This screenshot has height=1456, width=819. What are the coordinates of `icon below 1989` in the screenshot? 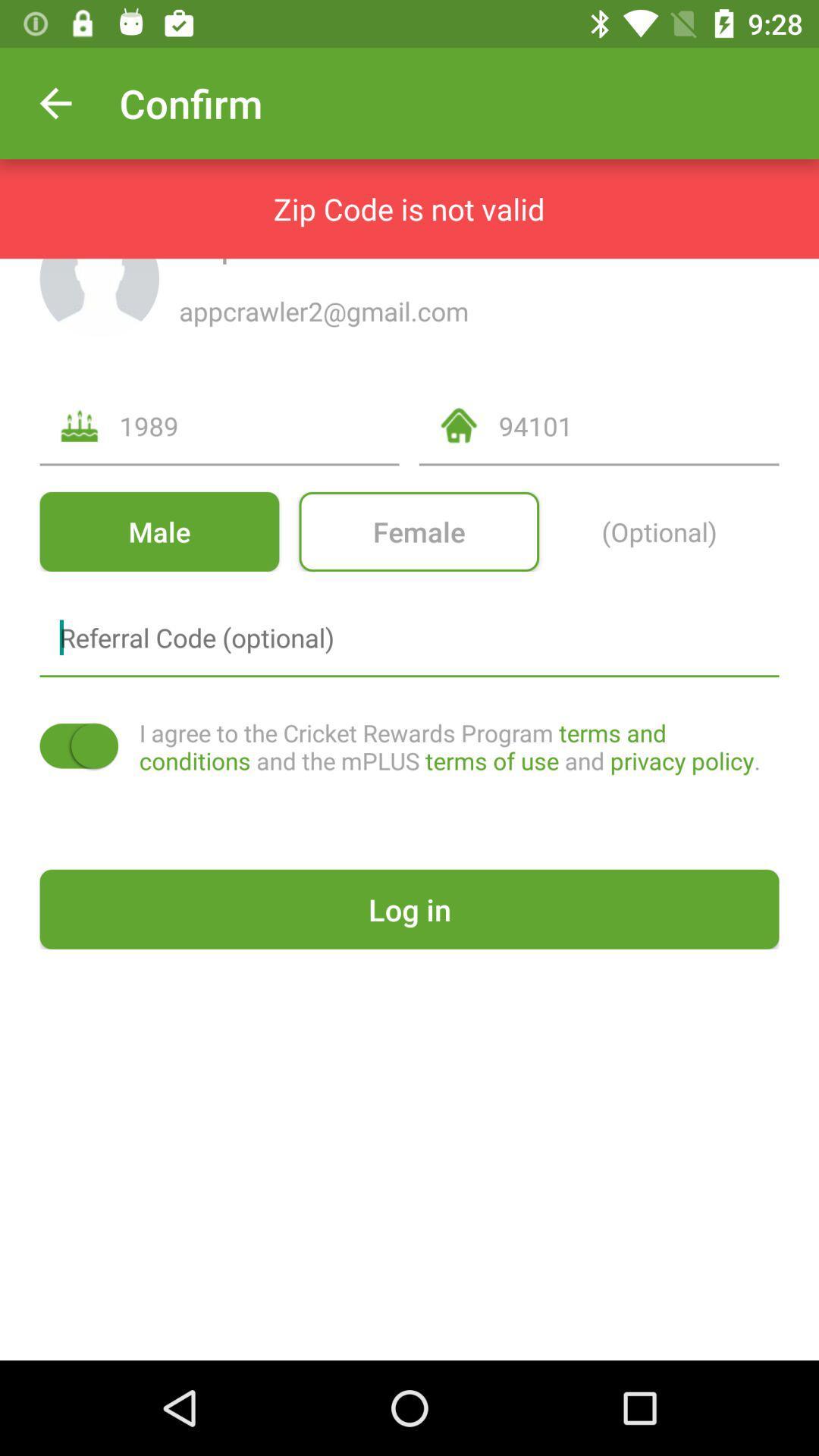 It's located at (419, 532).